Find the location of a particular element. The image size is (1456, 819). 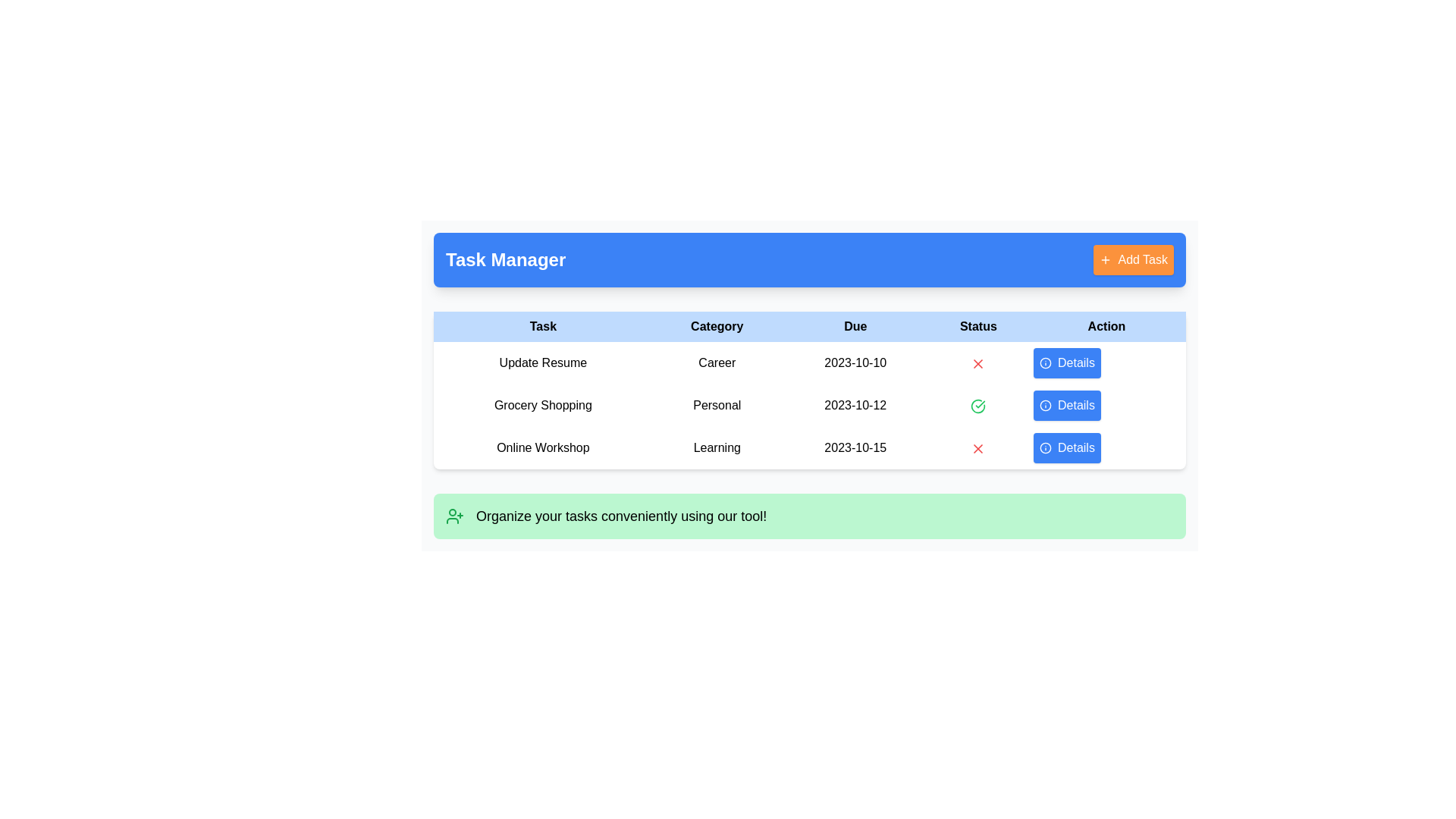

text of the 'Online Workshop' label located in the third row under the 'Task' column of the table is located at coordinates (543, 447).